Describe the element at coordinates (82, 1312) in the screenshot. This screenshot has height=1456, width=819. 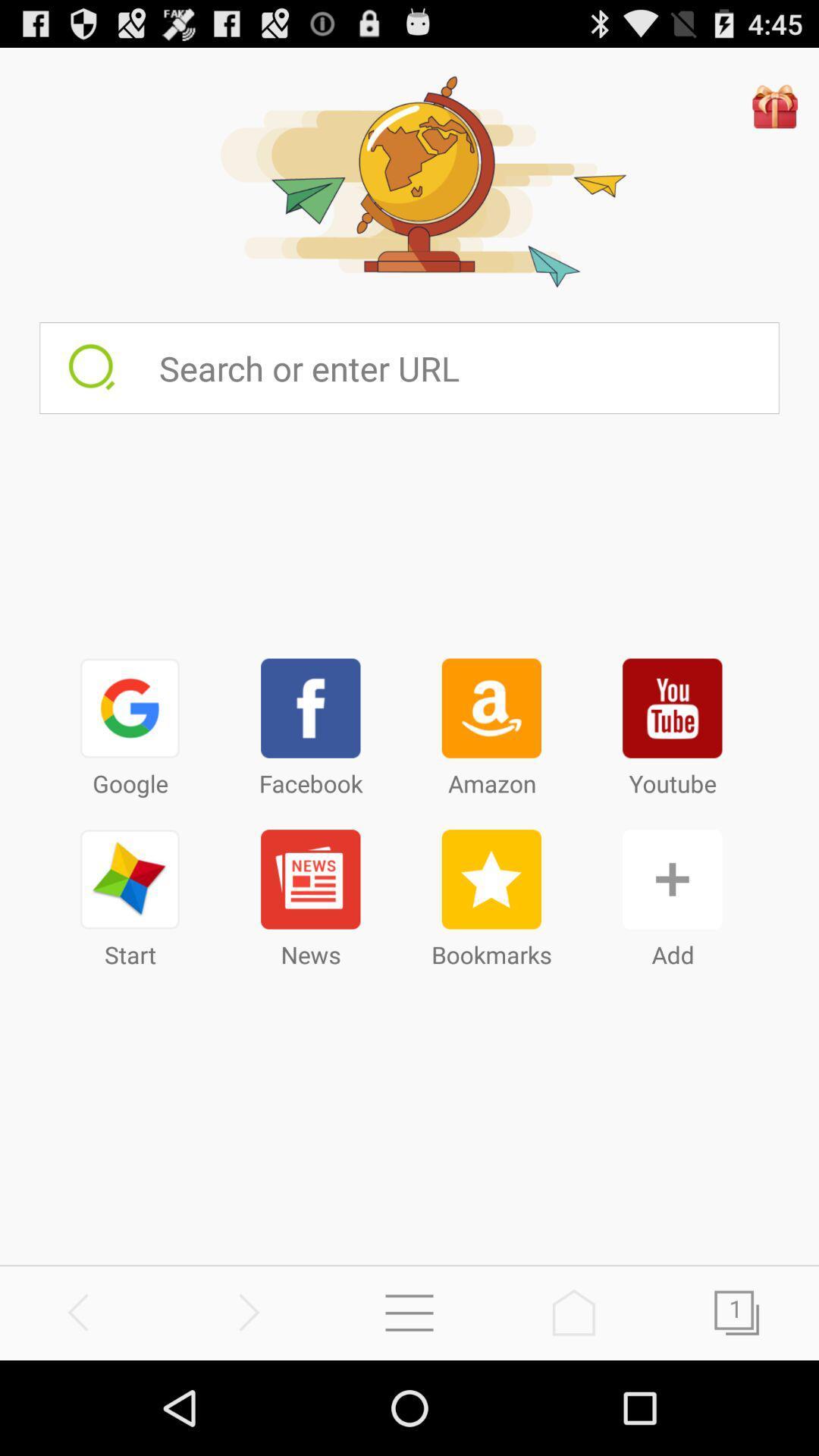
I see `go back` at that location.